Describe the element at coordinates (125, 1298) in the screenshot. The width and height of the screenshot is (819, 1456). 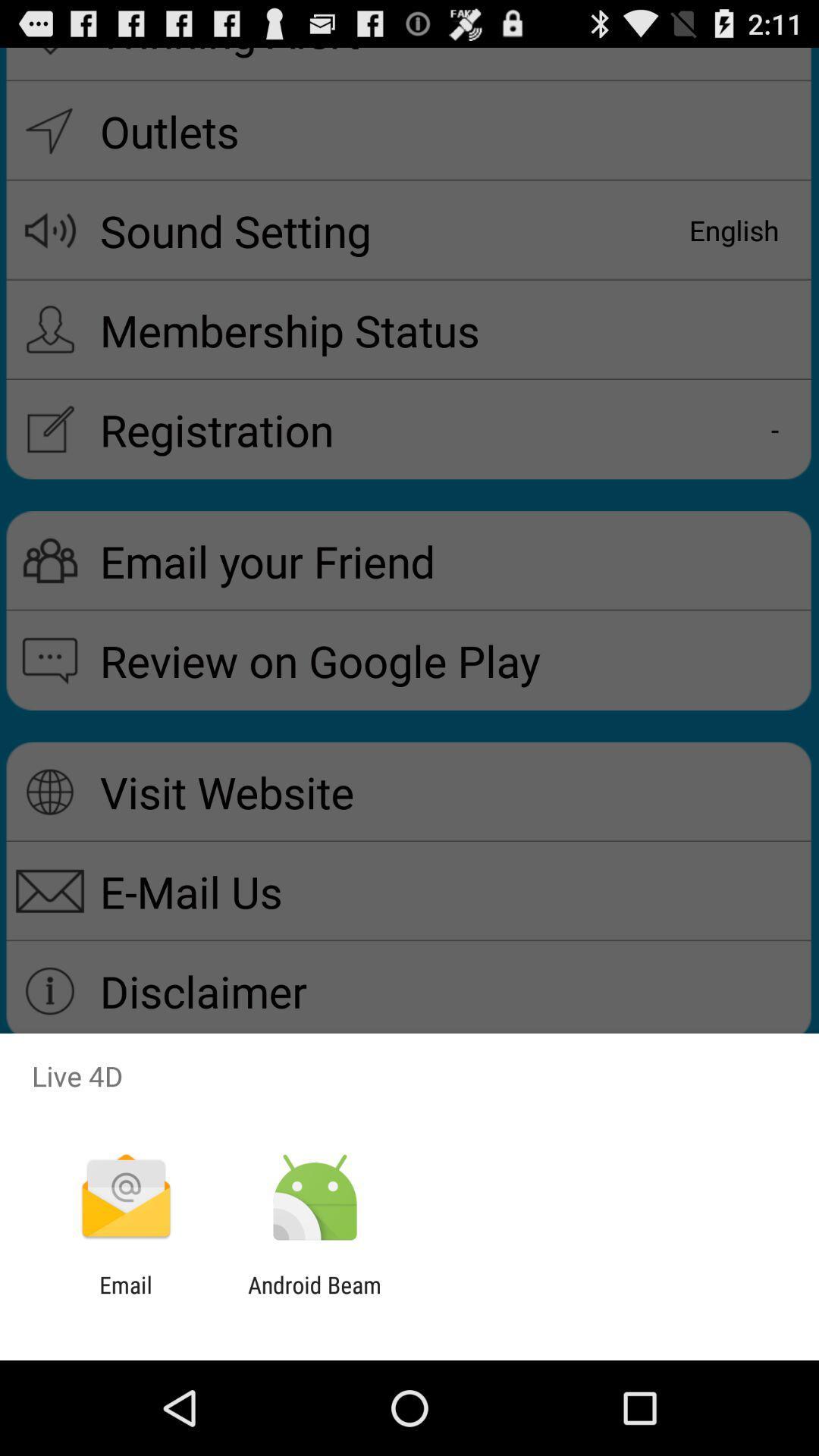
I see `email` at that location.